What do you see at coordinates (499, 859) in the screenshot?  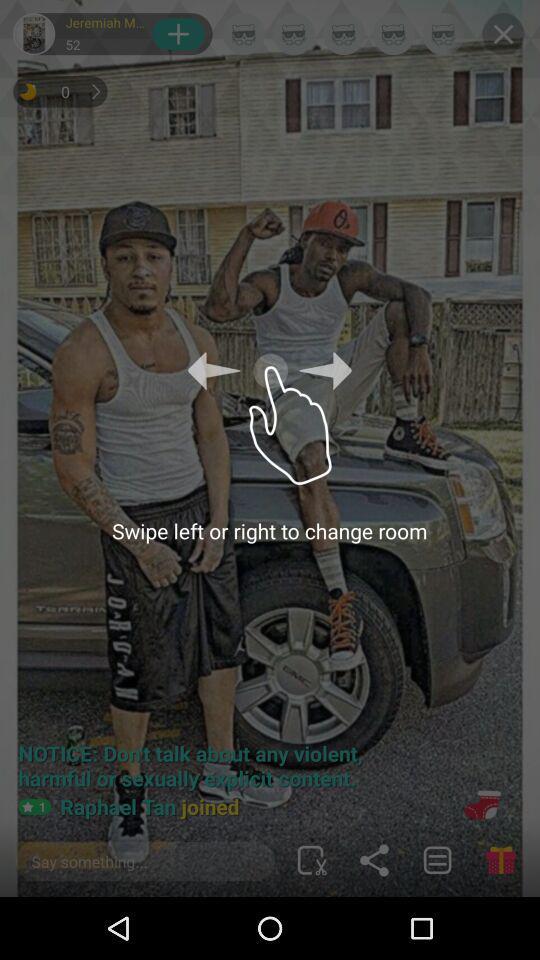 I see `the gift icon` at bounding box center [499, 859].